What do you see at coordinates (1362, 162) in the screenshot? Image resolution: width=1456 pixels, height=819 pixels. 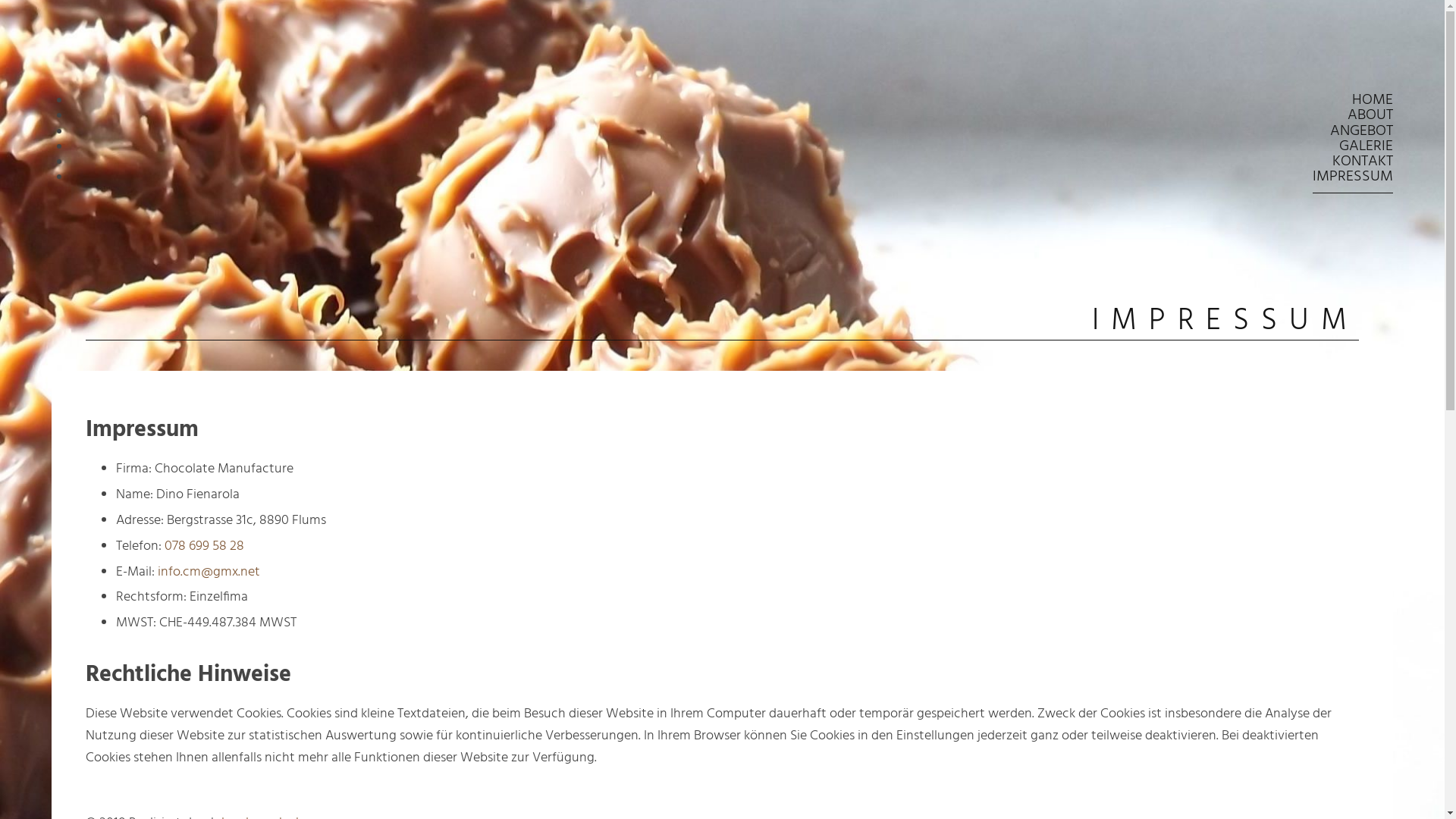 I see `'KONTAKT'` at bounding box center [1362, 162].